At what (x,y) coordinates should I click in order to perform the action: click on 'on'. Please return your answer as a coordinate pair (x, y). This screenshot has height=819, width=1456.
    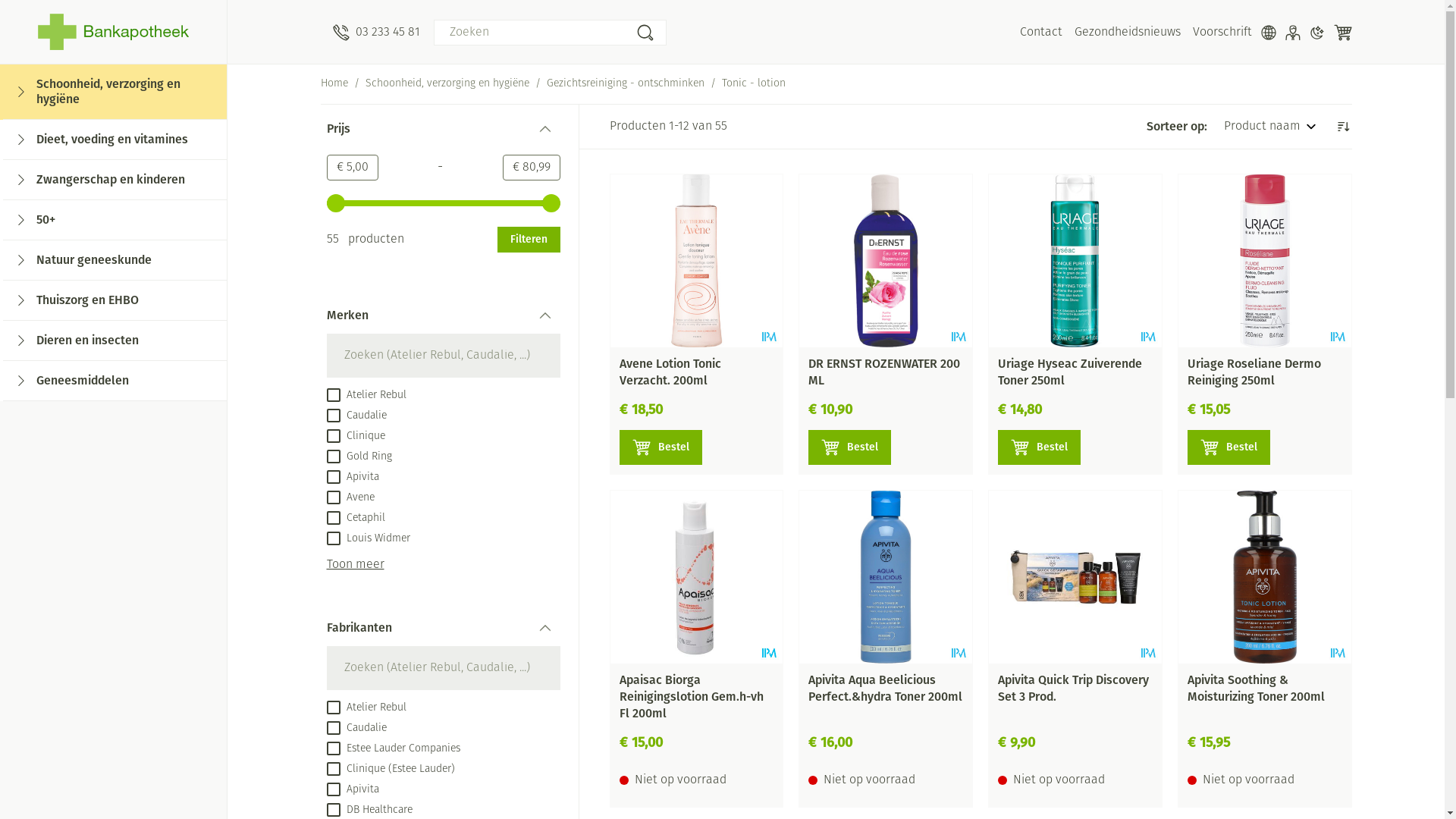
    Looking at the image, I should click on (325, 769).